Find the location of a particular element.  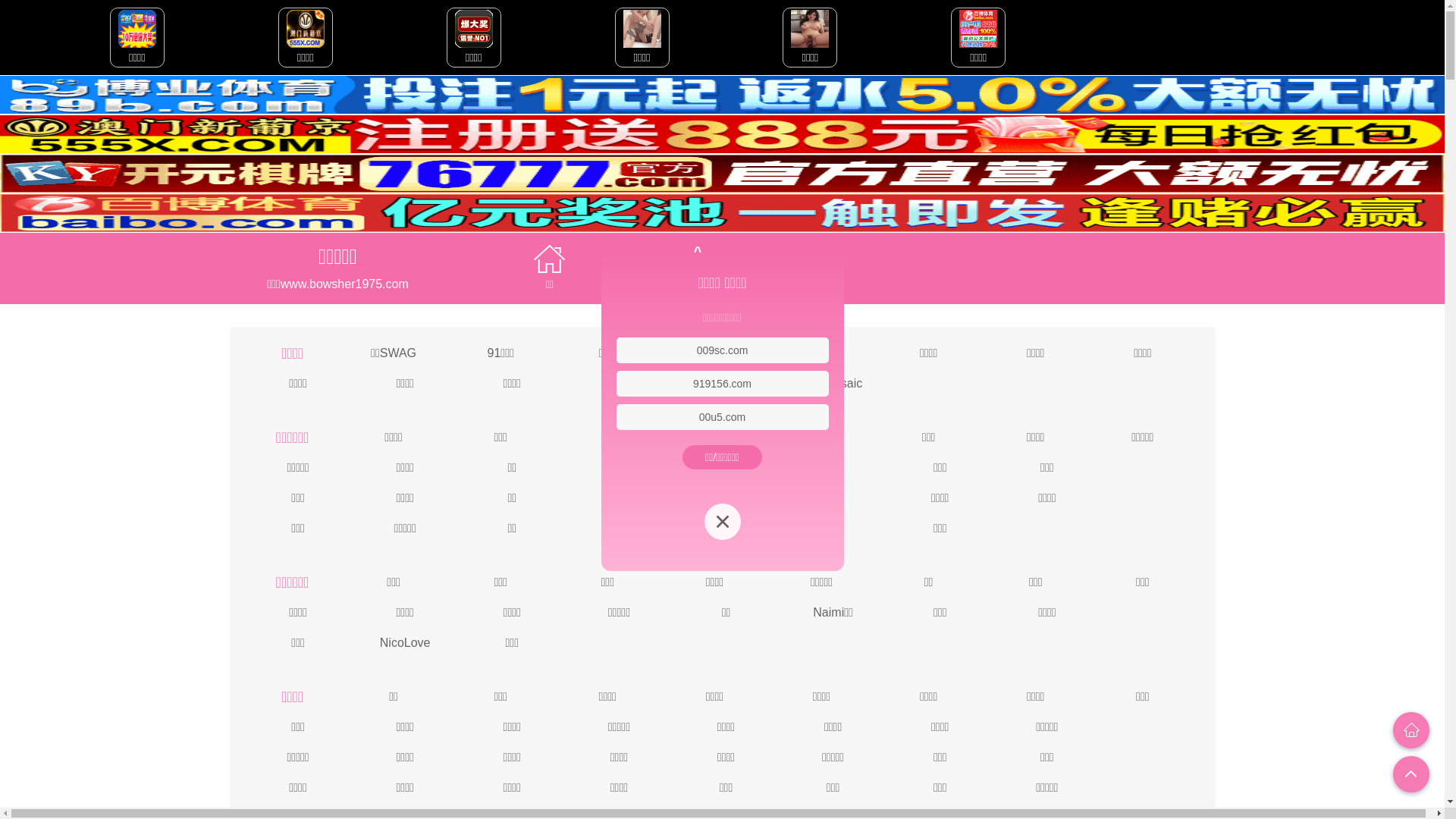

'919156.com' is located at coordinates (721, 382).